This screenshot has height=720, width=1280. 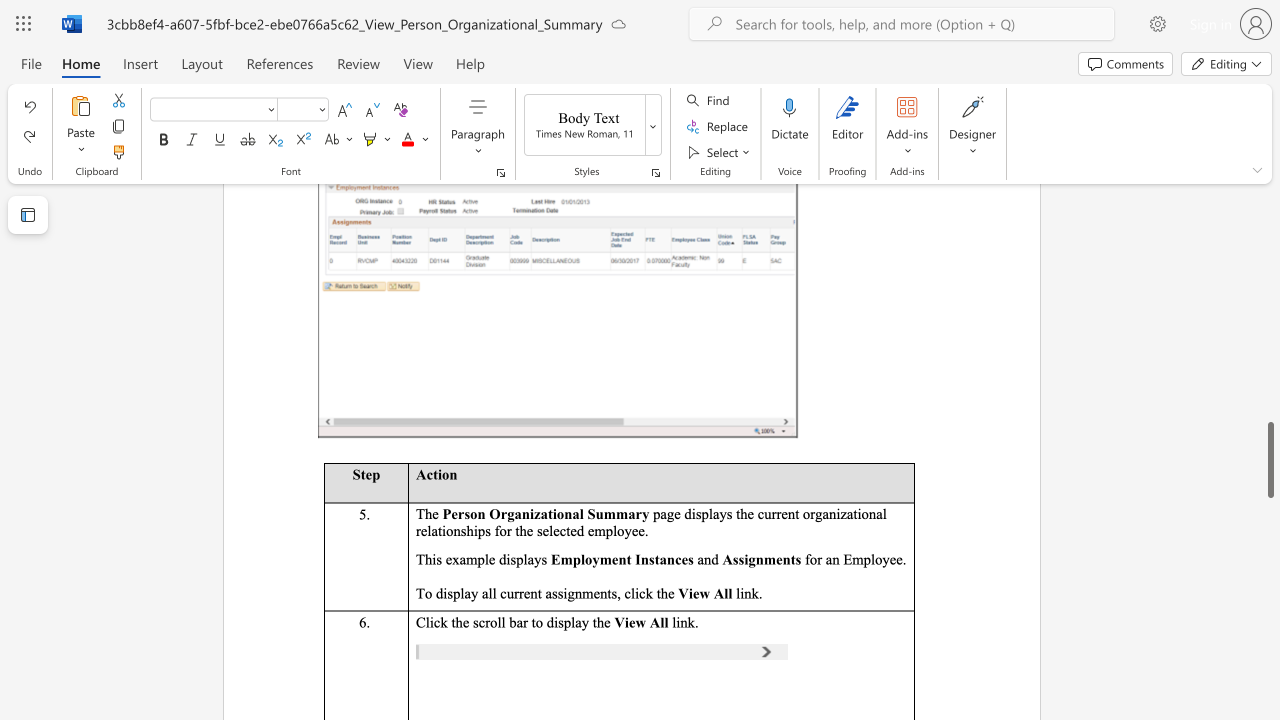 I want to click on the subset text "t Instan" within the text "Employment Instances", so click(x=625, y=559).